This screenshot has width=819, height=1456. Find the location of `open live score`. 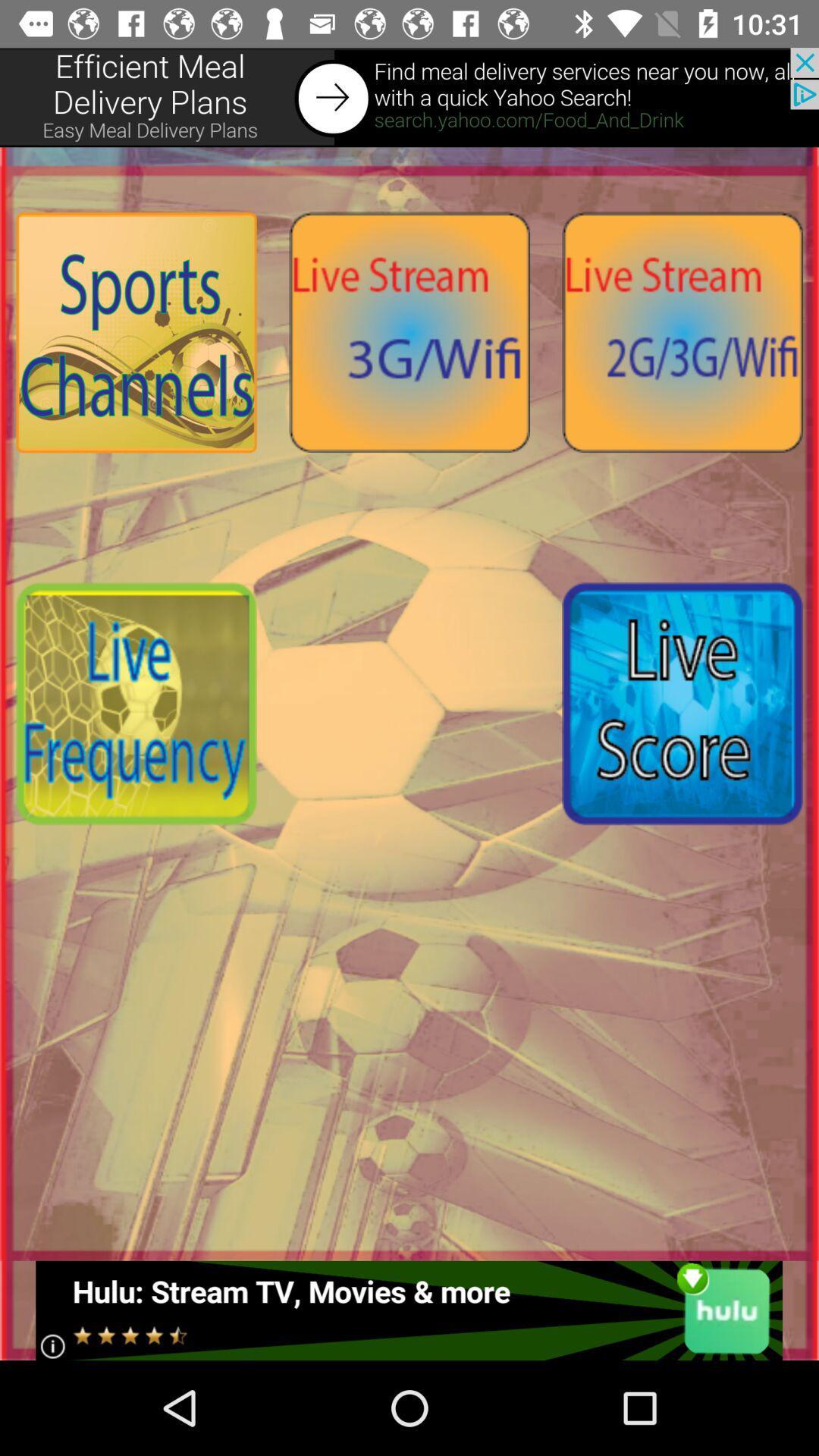

open live score is located at coordinates (681, 703).